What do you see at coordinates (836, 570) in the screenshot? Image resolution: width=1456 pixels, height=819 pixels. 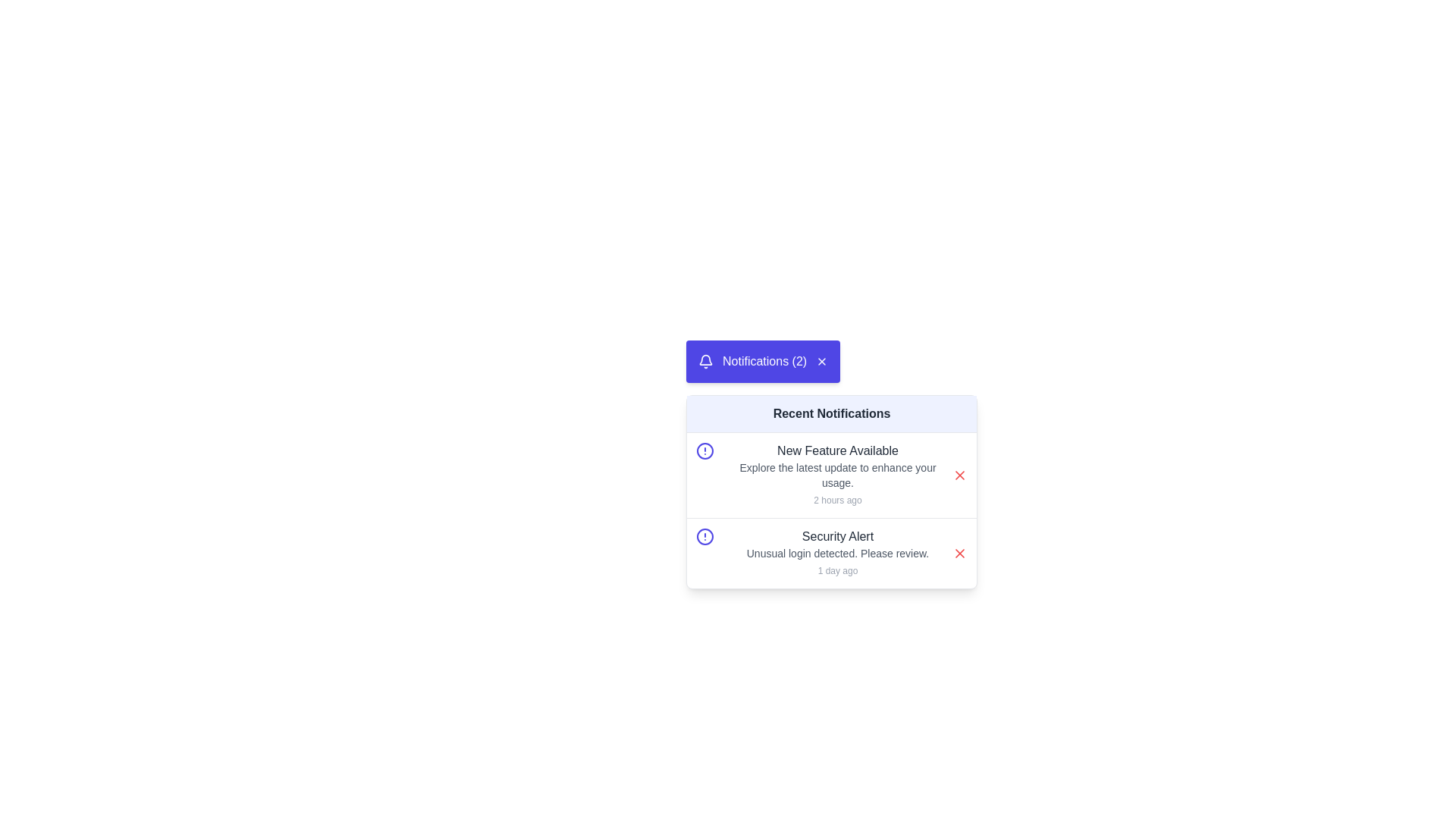 I see `the text label indicating the timestamp or time elapsed since the notification was issued, located below the 'Unusual login detected. Please review.' message in the second notification item` at bounding box center [836, 570].